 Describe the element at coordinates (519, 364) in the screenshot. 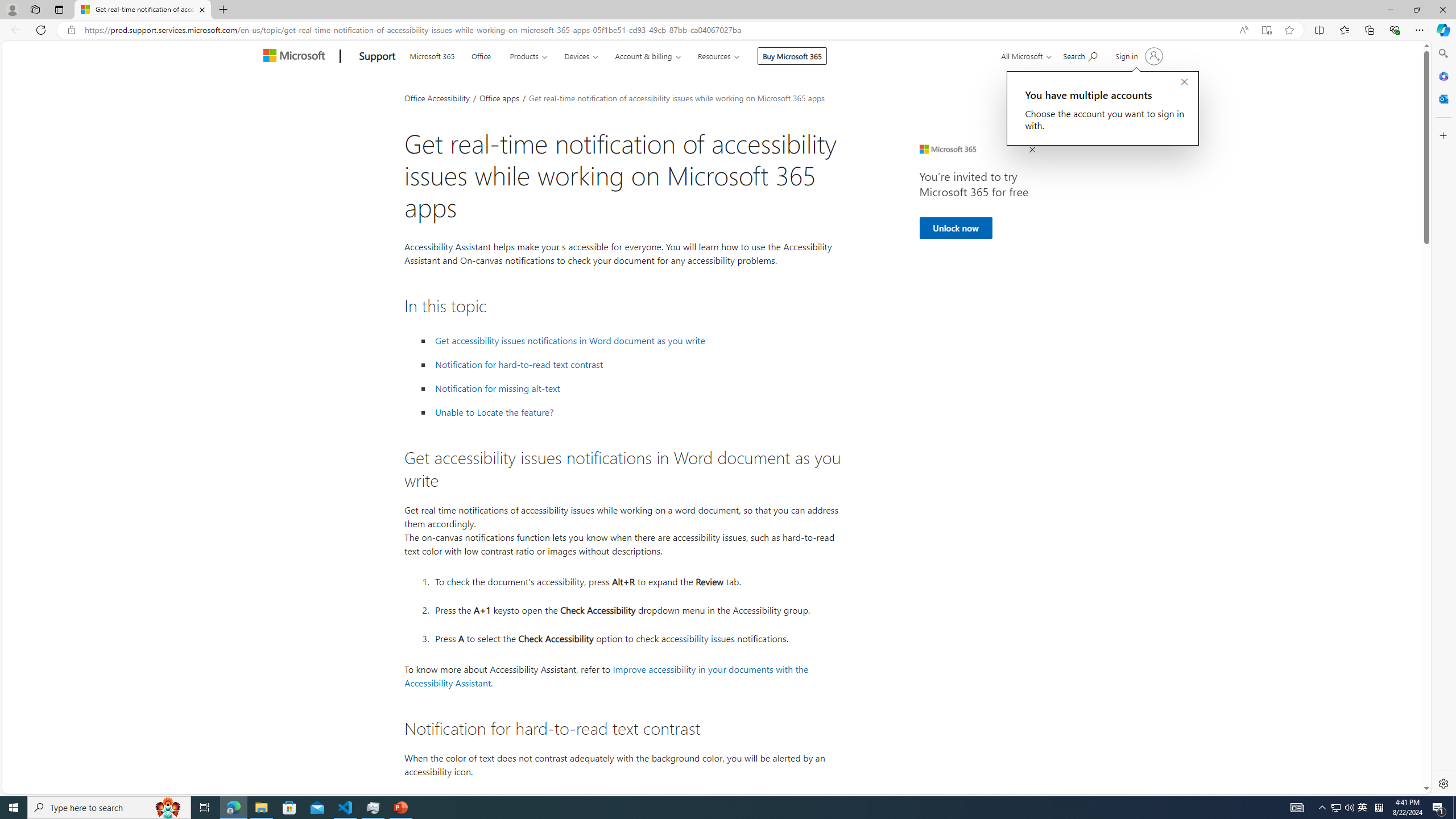

I see `' Notification for hard-to-read text contrast'` at that location.